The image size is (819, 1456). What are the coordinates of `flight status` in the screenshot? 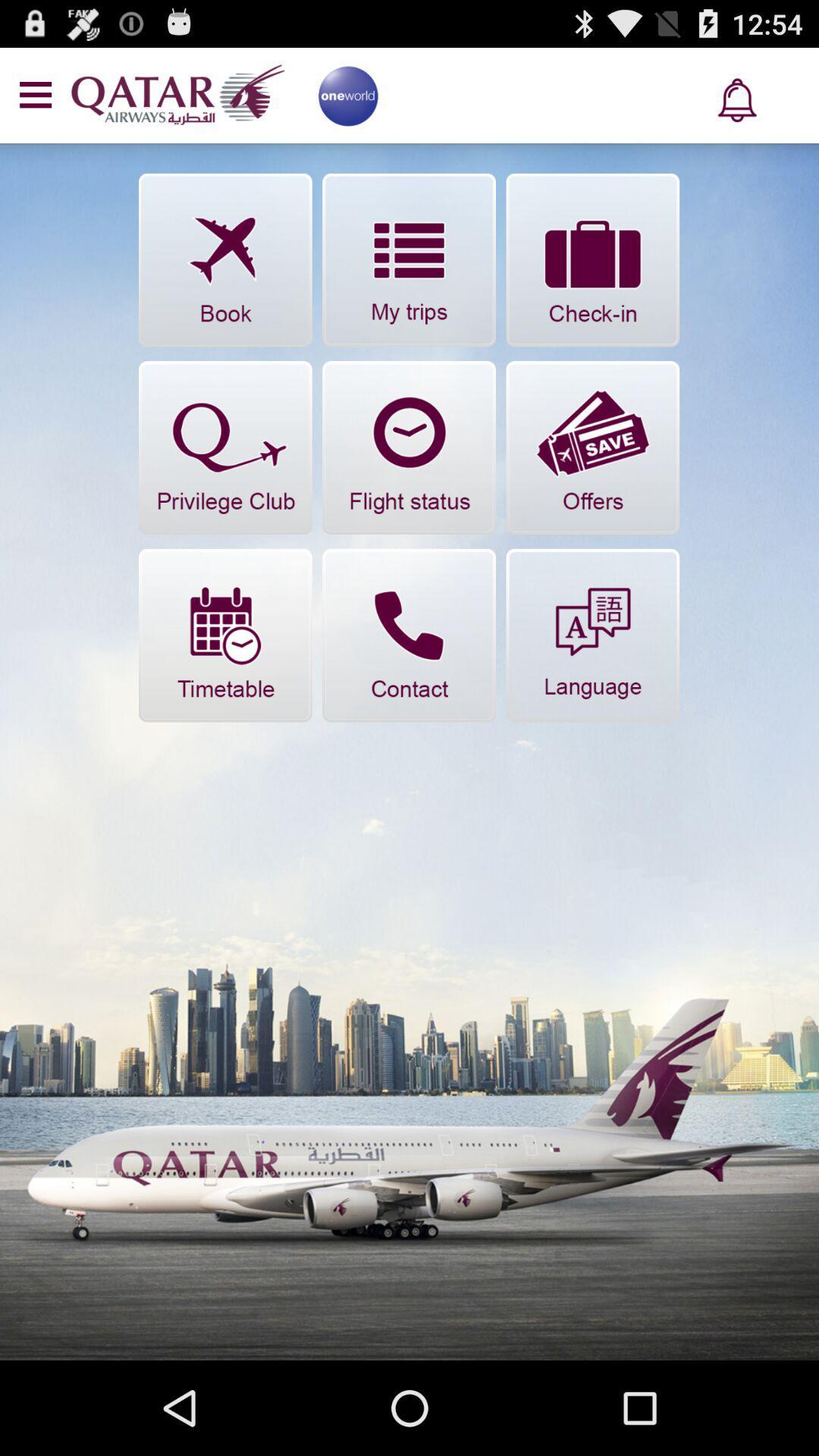 It's located at (408, 447).